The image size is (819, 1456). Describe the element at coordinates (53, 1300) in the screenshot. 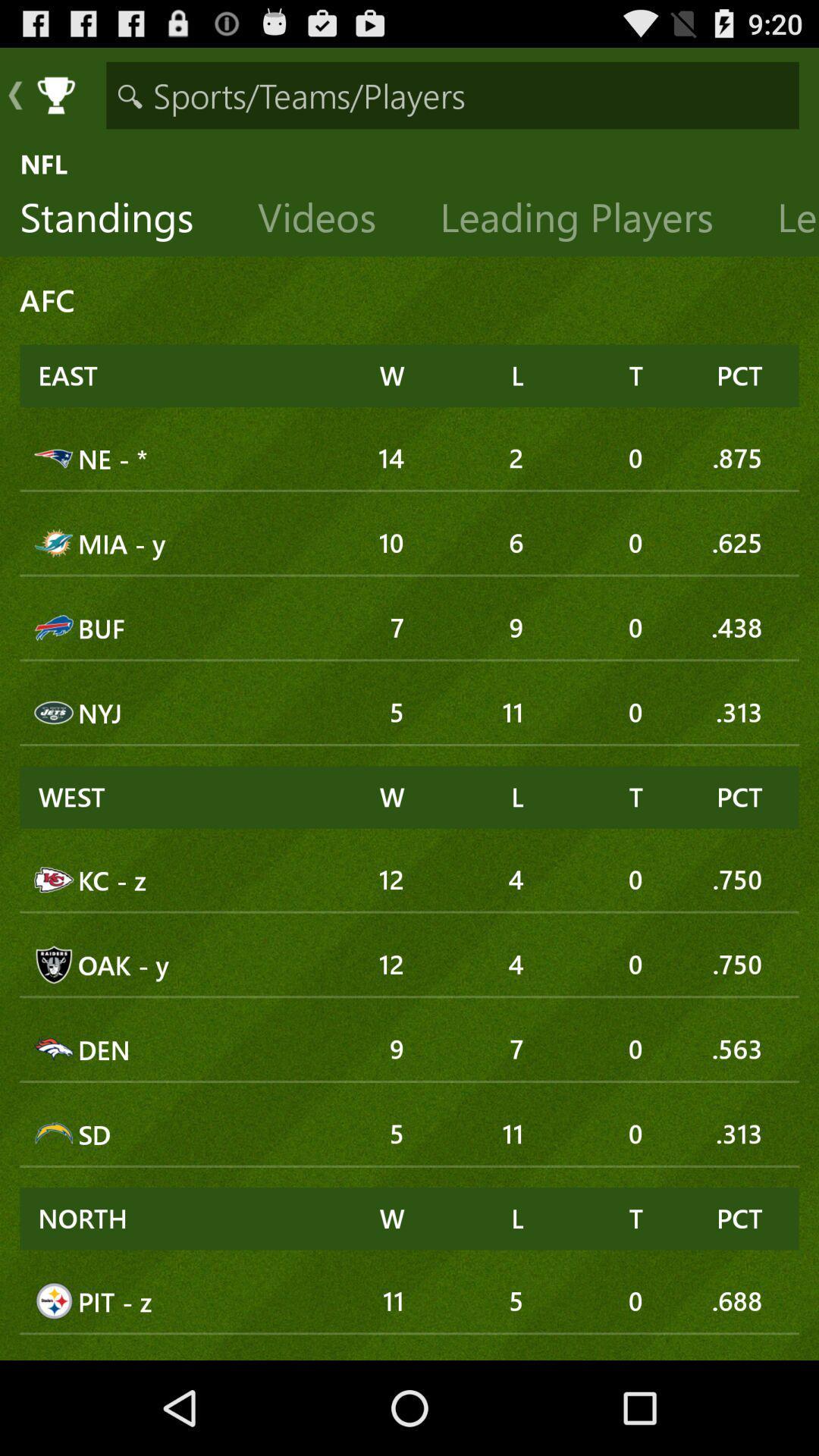

I see `the image which is at  bottom left corner` at that location.